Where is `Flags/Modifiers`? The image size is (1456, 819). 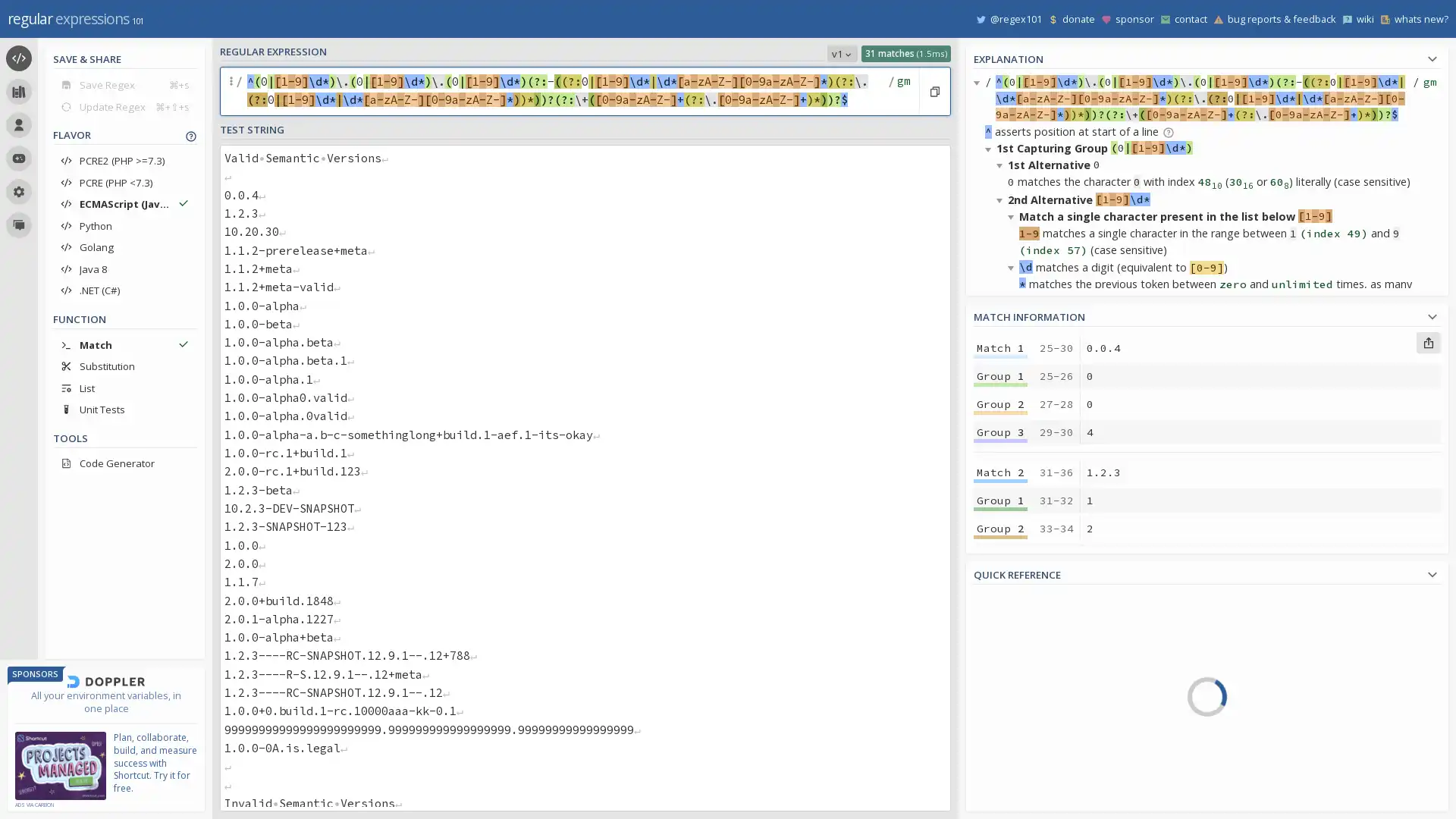 Flags/Modifiers is located at coordinates (1044, 801).